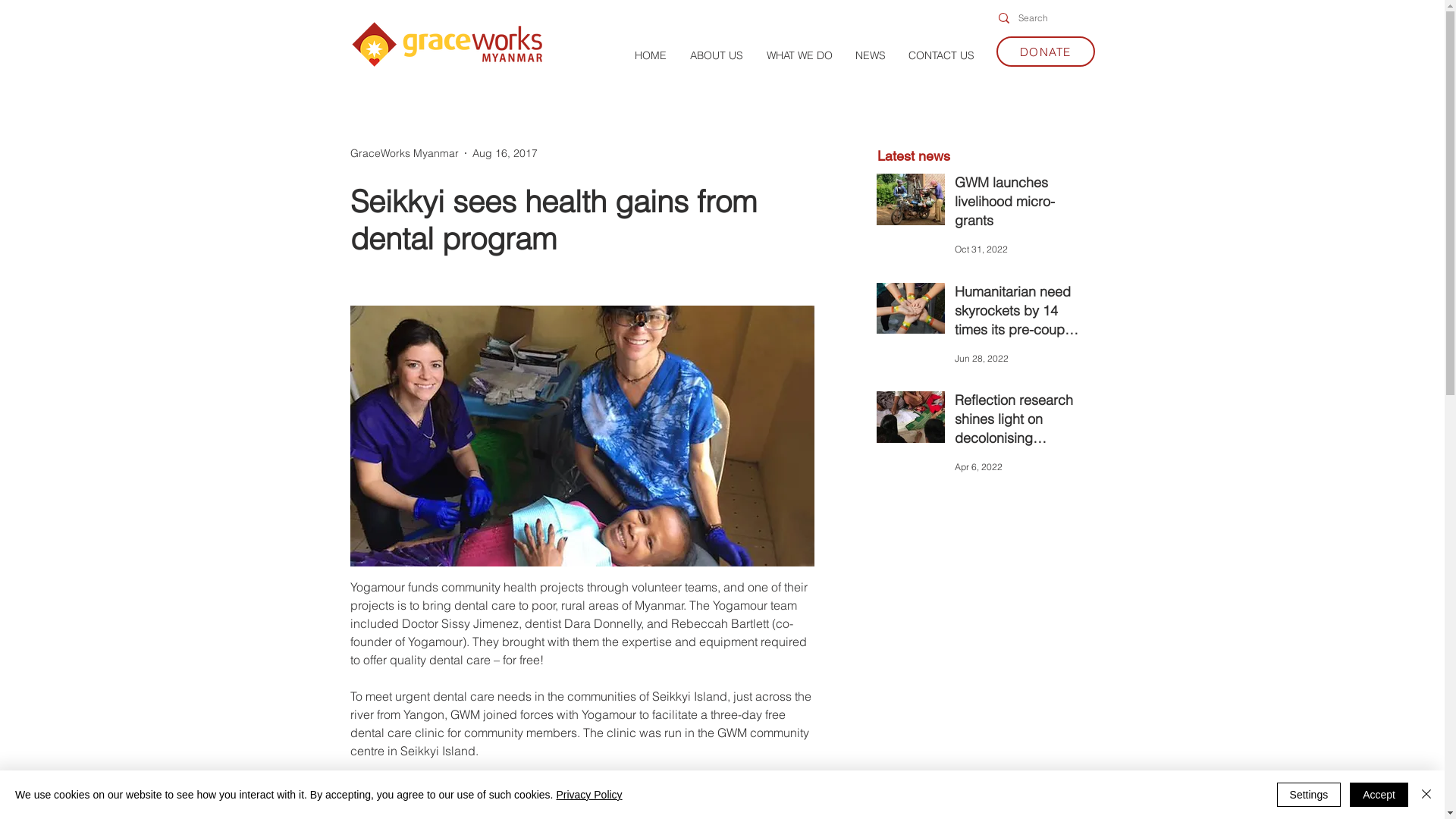 The image size is (1456, 819). What do you see at coordinates (588, 794) in the screenshot?
I see `'Privacy Policy'` at bounding box center [588, 794].